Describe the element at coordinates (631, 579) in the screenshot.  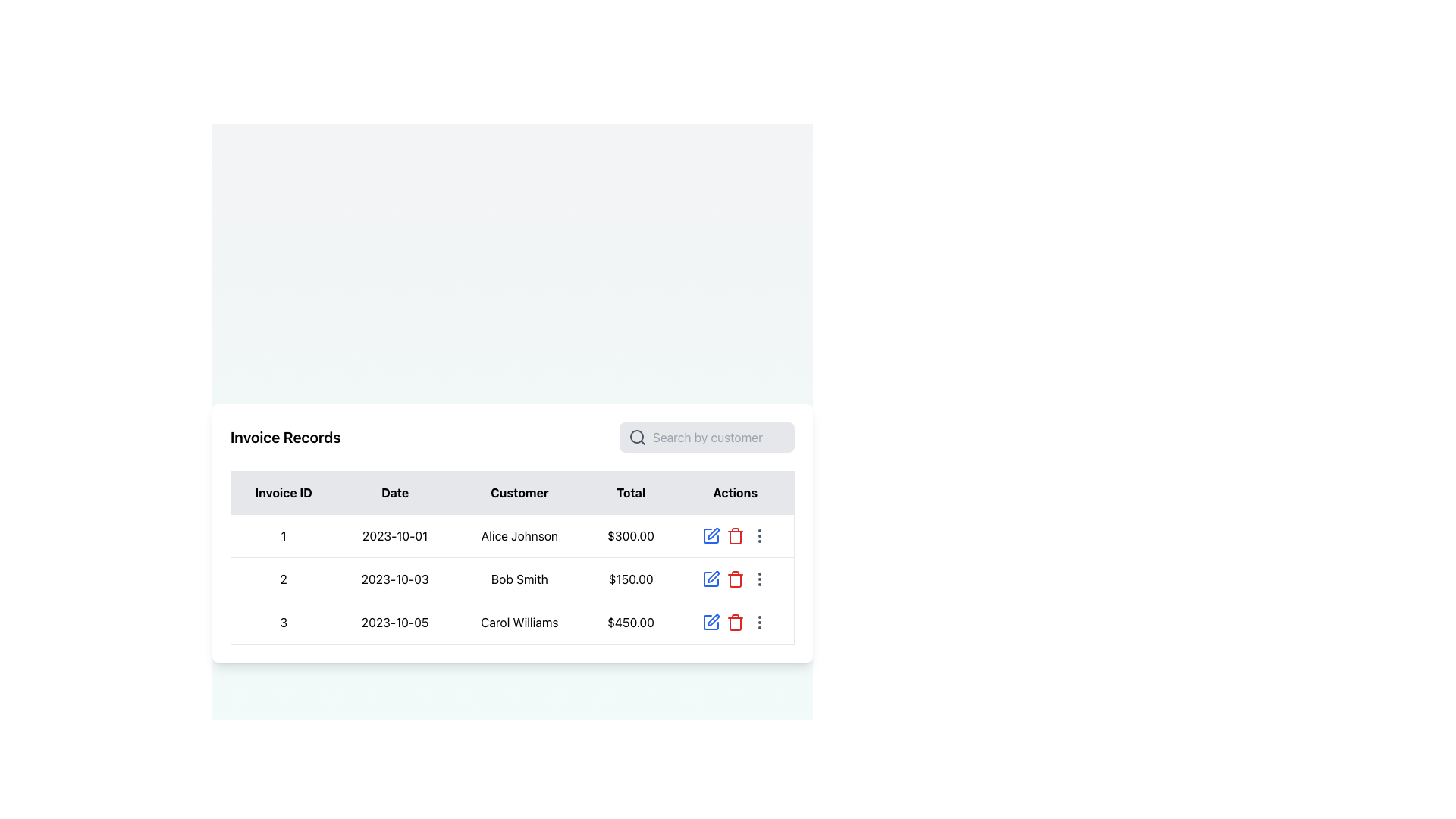
I see `the total amount label displaying $150.00 for Bob Smith's invoice located in the 'Total' column of the table` at that location.